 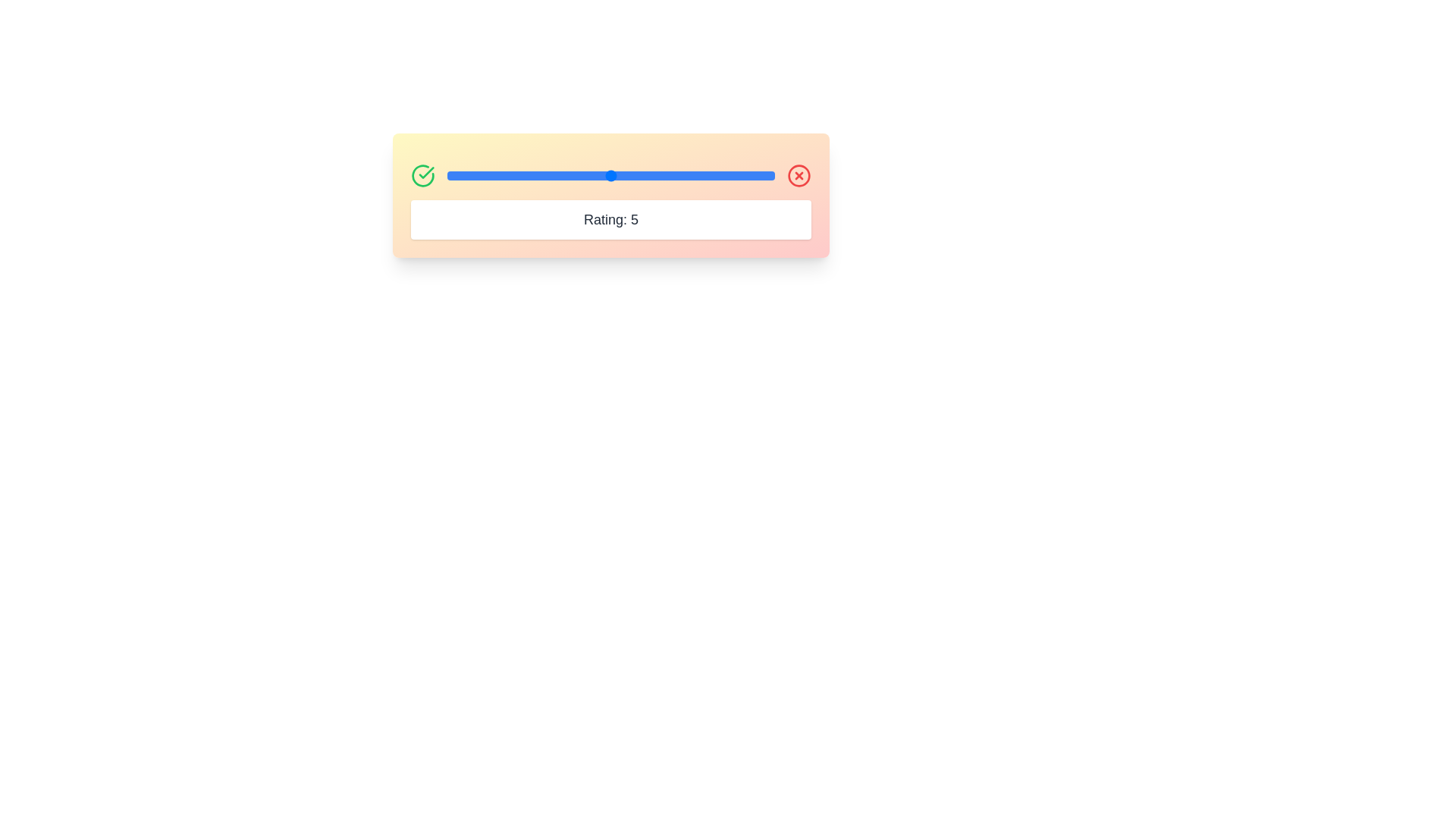 I want to click on the rating, so click(x=545, y=174).